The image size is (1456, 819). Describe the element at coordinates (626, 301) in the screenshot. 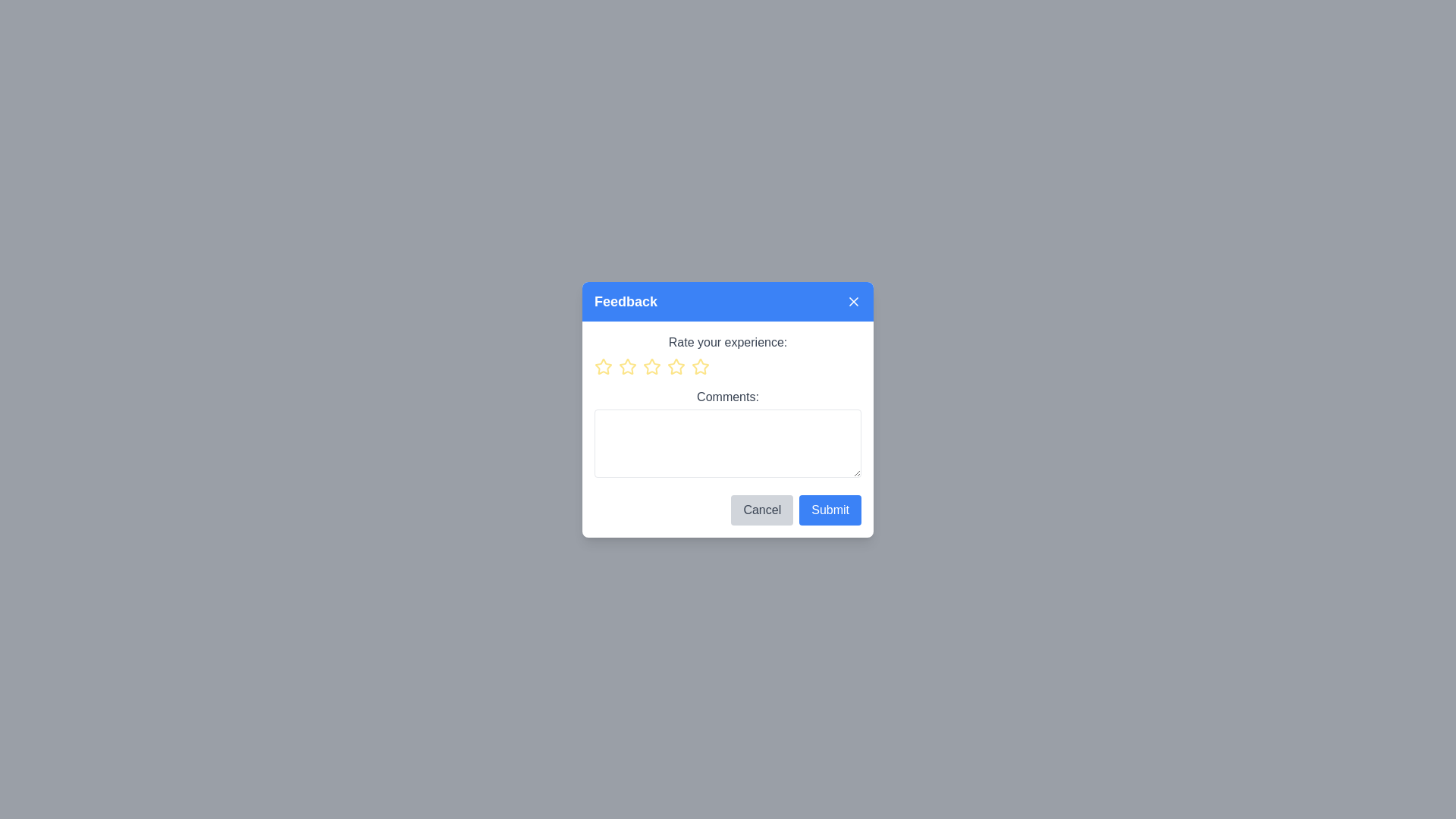

I see `the static text label that serves as the header for the dialog window, located at the top-left corner of the dialog box` at that location.